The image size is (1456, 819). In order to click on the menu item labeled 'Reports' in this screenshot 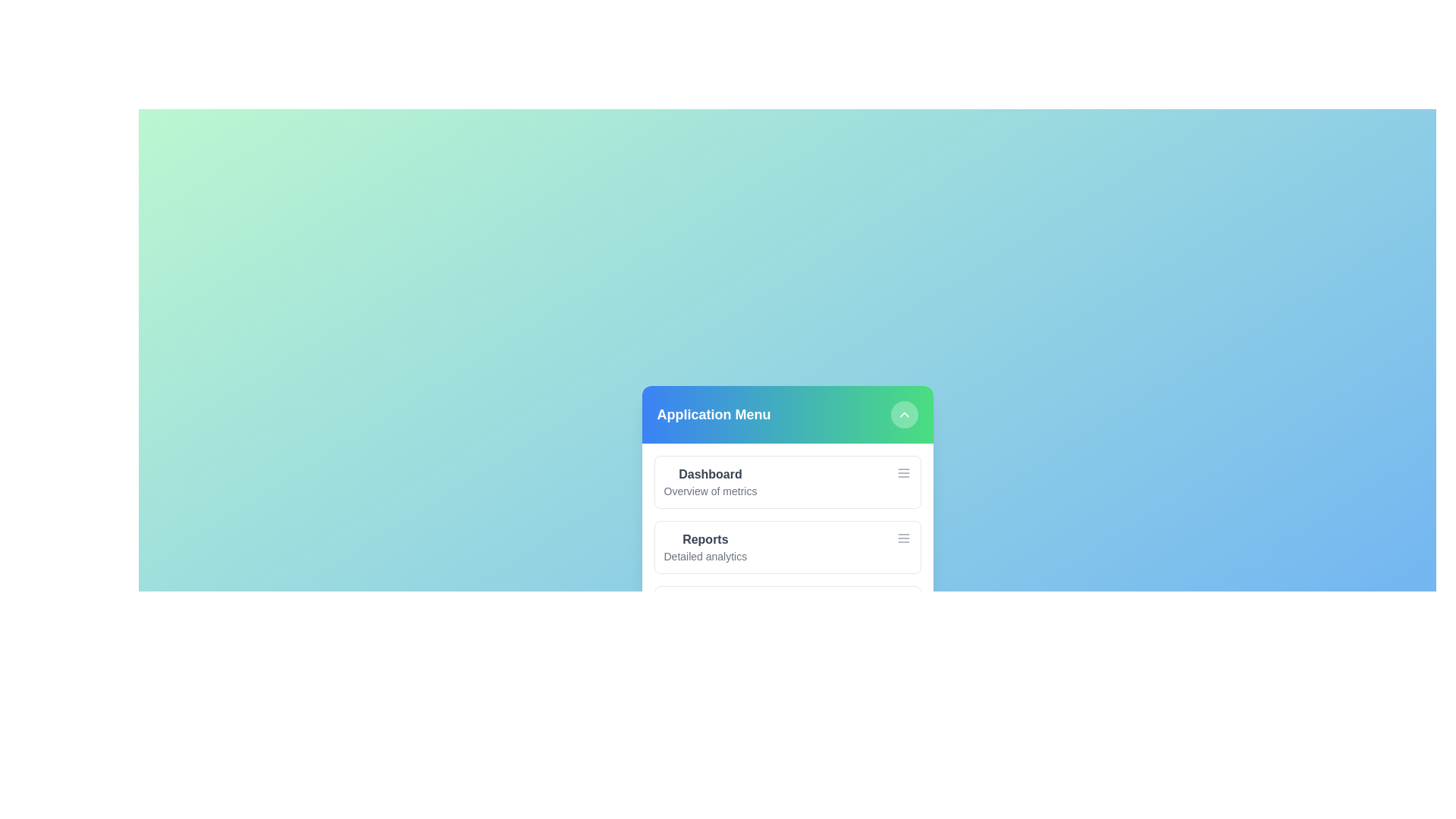, I will do `click(704, 539)`.